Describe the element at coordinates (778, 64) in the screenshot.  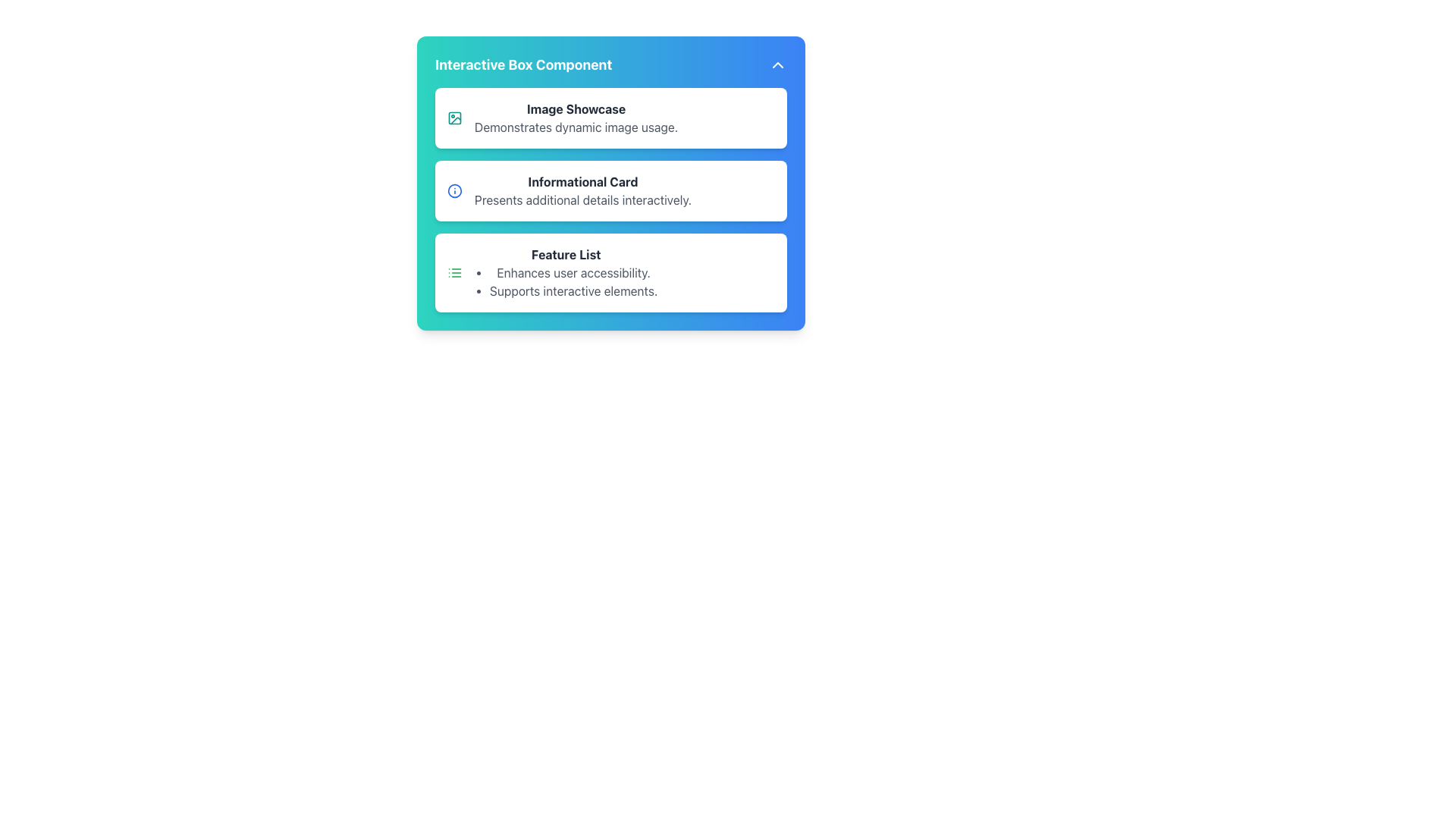
I see `the chevron-up icon button` at that location.